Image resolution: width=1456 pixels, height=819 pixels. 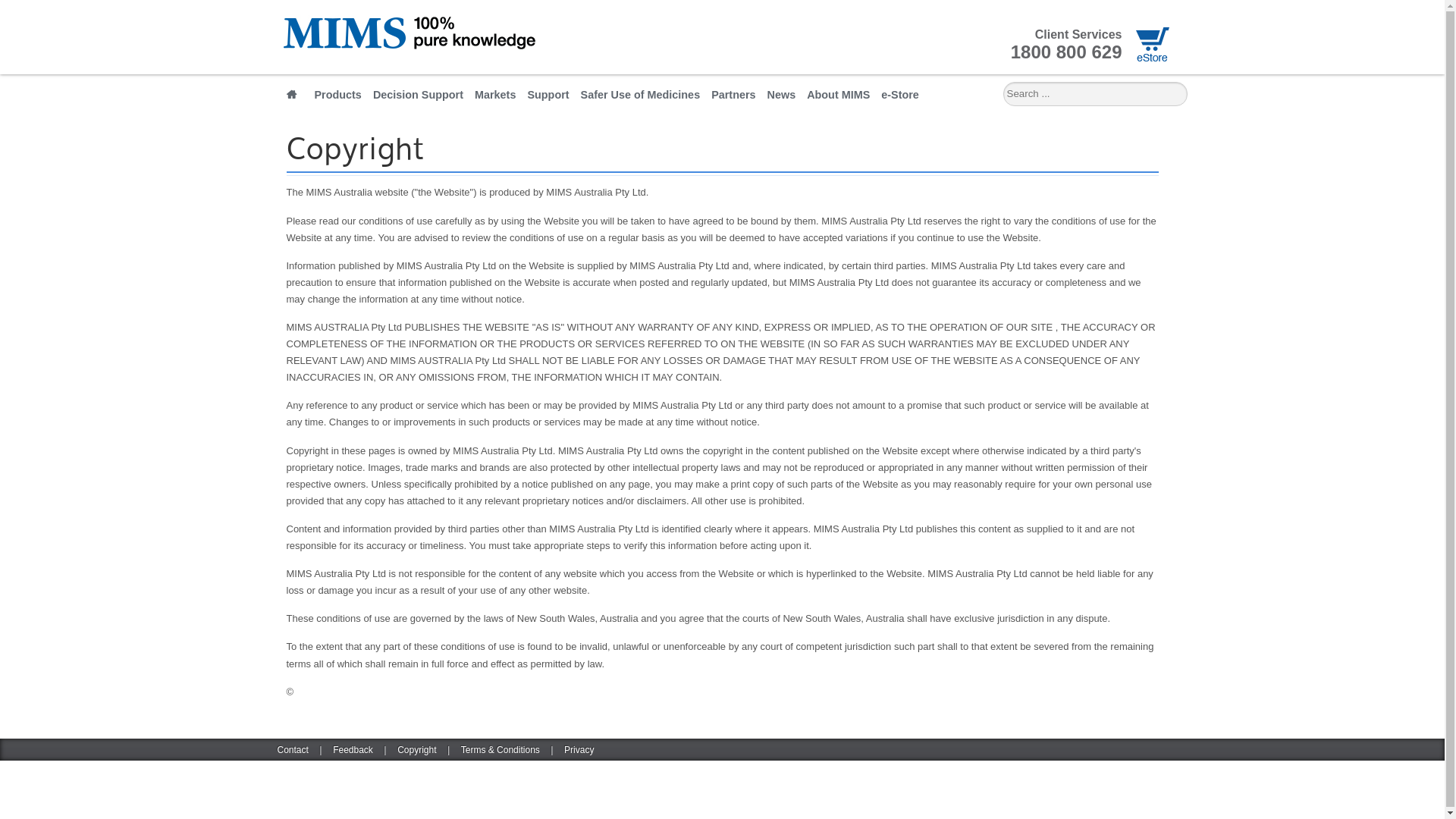 What do you see at coordinates (293, 748) in the screenshot?
I see `'Contact'` at bounding box center [293, 748].